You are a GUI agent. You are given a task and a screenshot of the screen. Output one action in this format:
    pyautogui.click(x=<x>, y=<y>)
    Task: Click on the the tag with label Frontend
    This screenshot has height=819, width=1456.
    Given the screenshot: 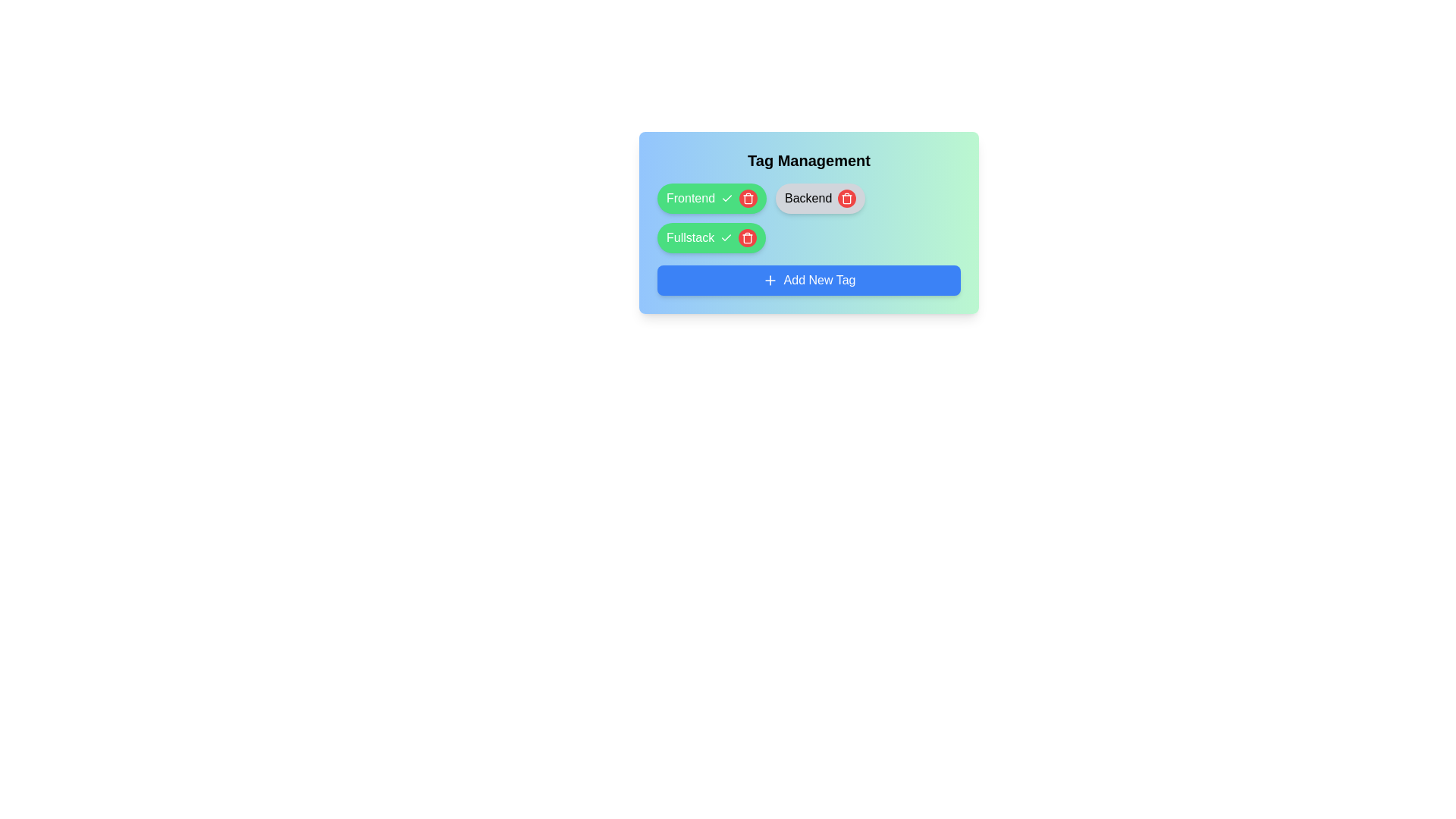 What is the action you would take?
    pyautogui.click(x=748, y=198)
    